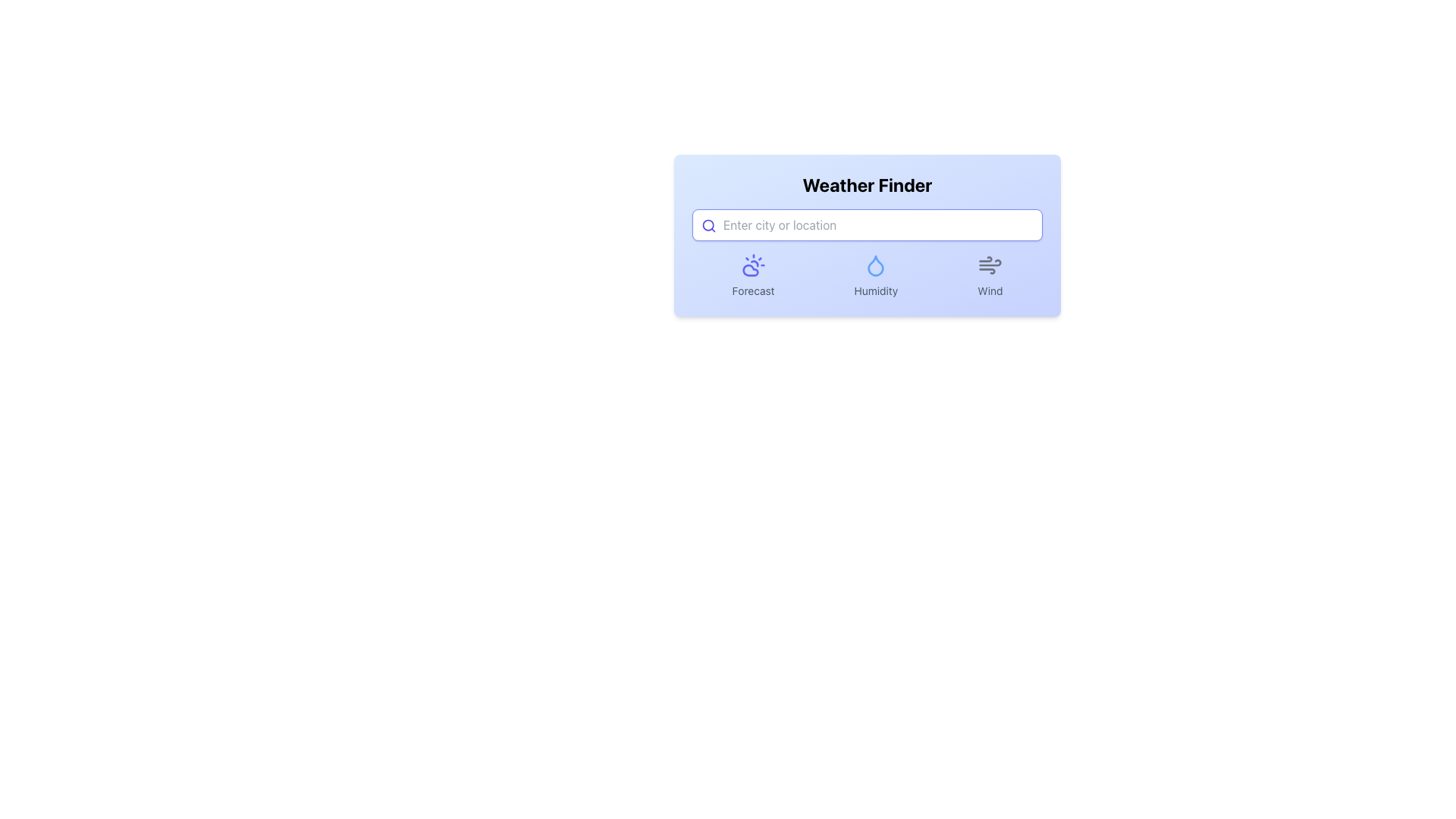 This screenshot has width=1456, height=819. What do you see at coordinates (753, 275) in the screenshot?
I see `the information displayed in the Label with Icon that features a cloud and sun icon above the text 'Forecast'. This element is the first panel in a series of three, positioned to the left of the 'Humidity' and 'Wind' panels` at bounding box center [753, 275].